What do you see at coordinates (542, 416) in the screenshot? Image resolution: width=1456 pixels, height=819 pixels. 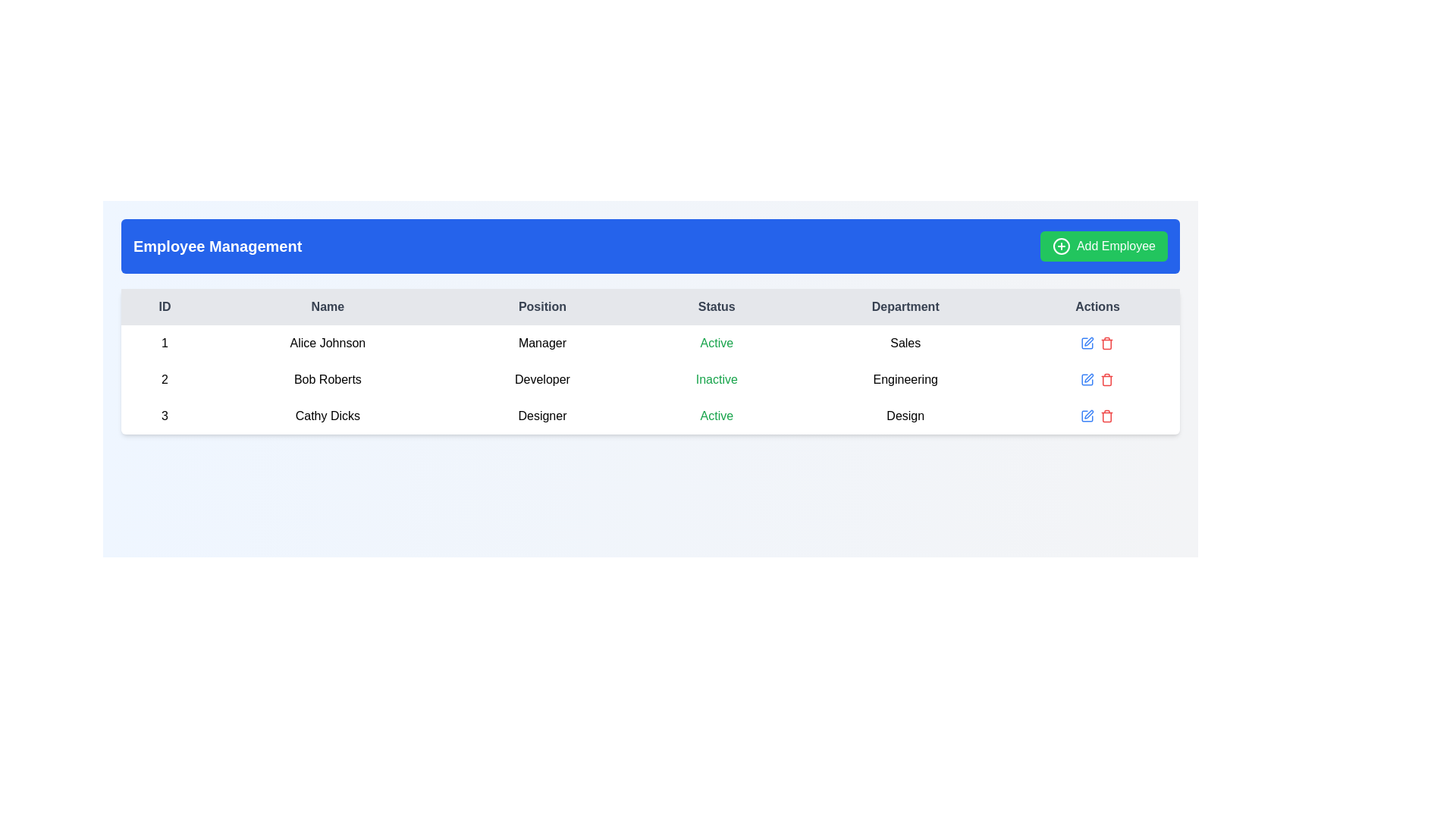 I see `the 'Designer' text label located in the 'Position' column of the employee table for Cathy Dicks` at bounding box center [542, 416].